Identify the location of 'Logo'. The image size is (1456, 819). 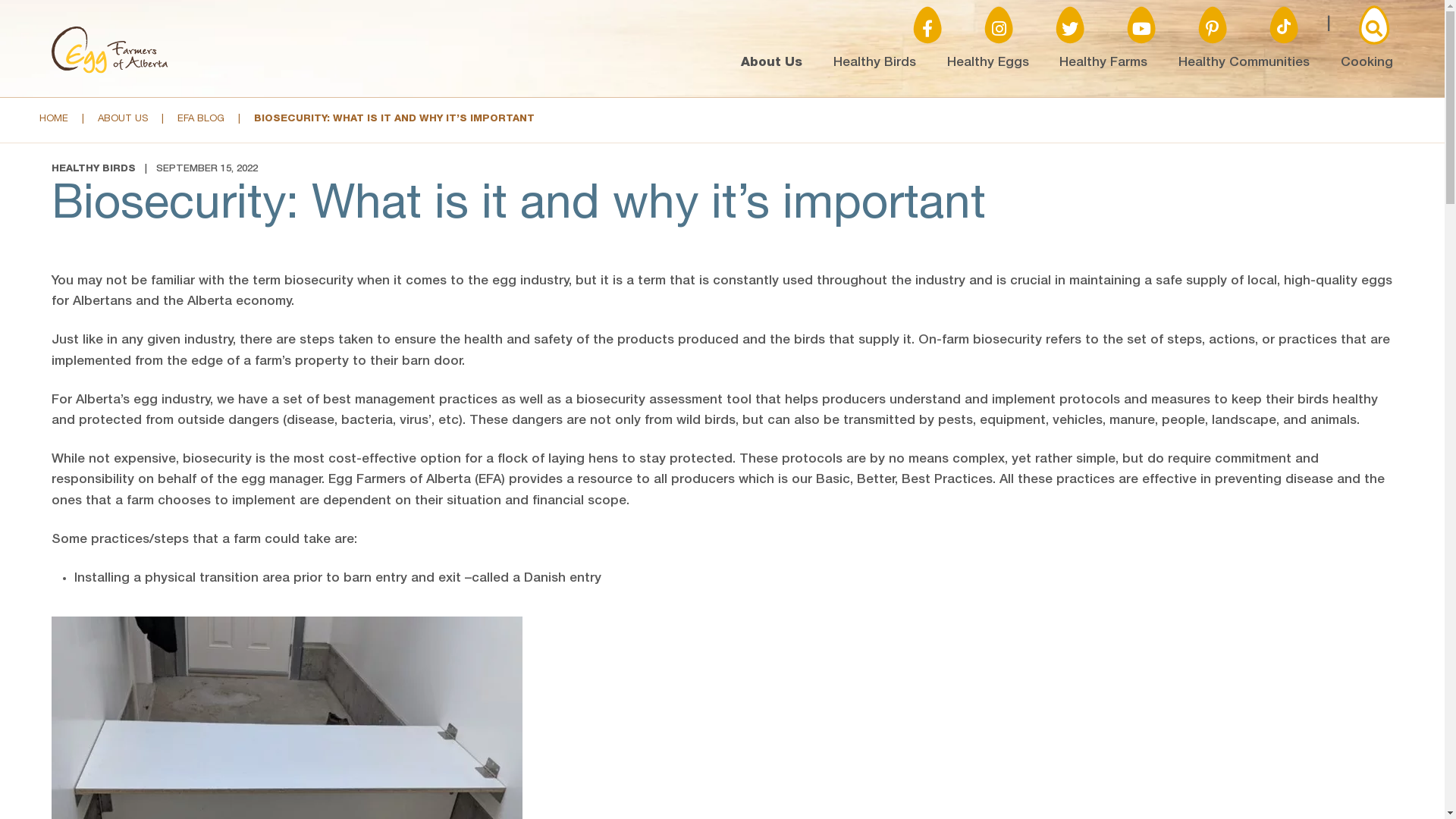
(108, 71).